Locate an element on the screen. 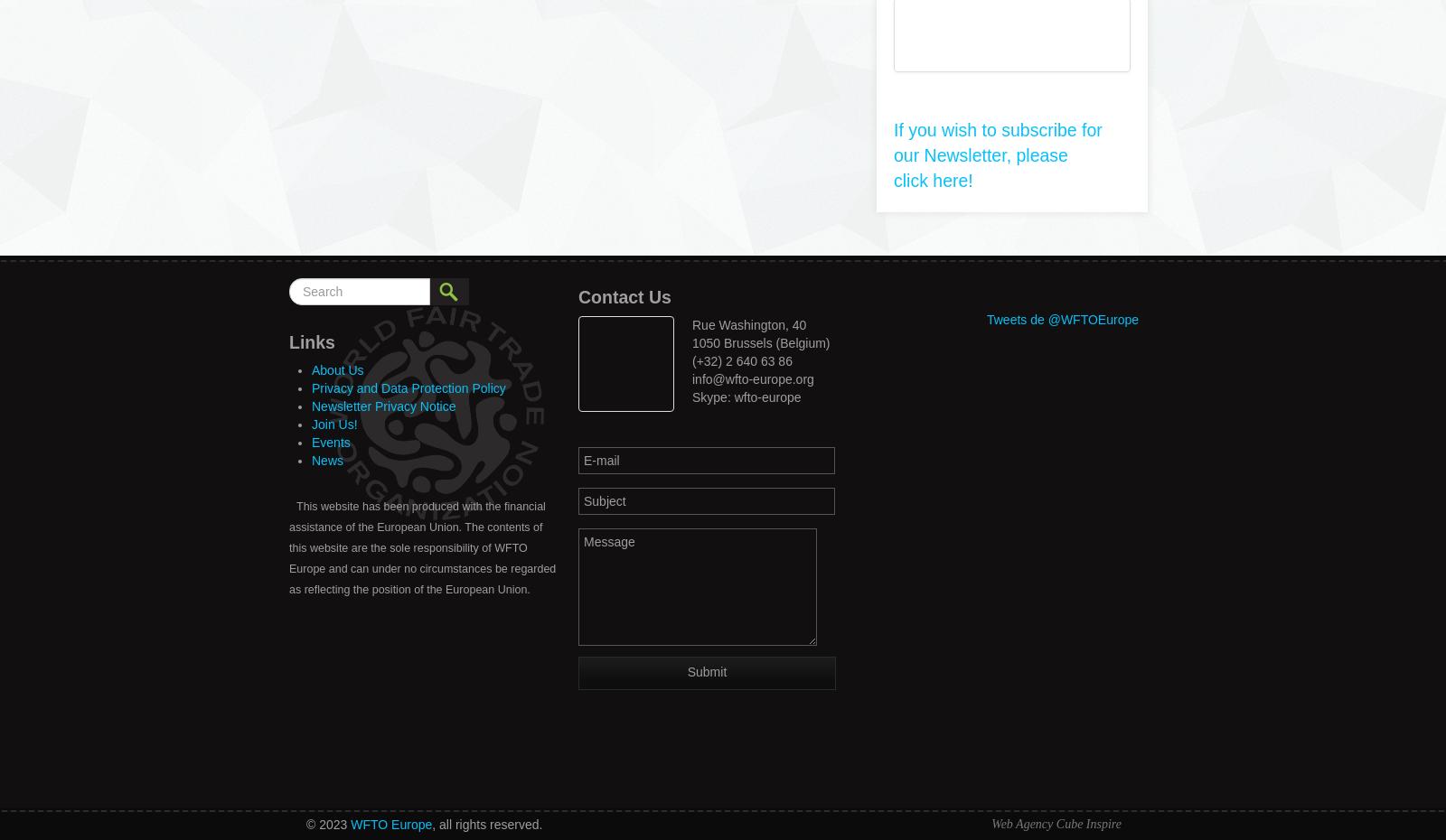 The width and height of the screenshot is (1446, 840). 'Newsletter Privacy Notice' is located at coordinates (382, 406).